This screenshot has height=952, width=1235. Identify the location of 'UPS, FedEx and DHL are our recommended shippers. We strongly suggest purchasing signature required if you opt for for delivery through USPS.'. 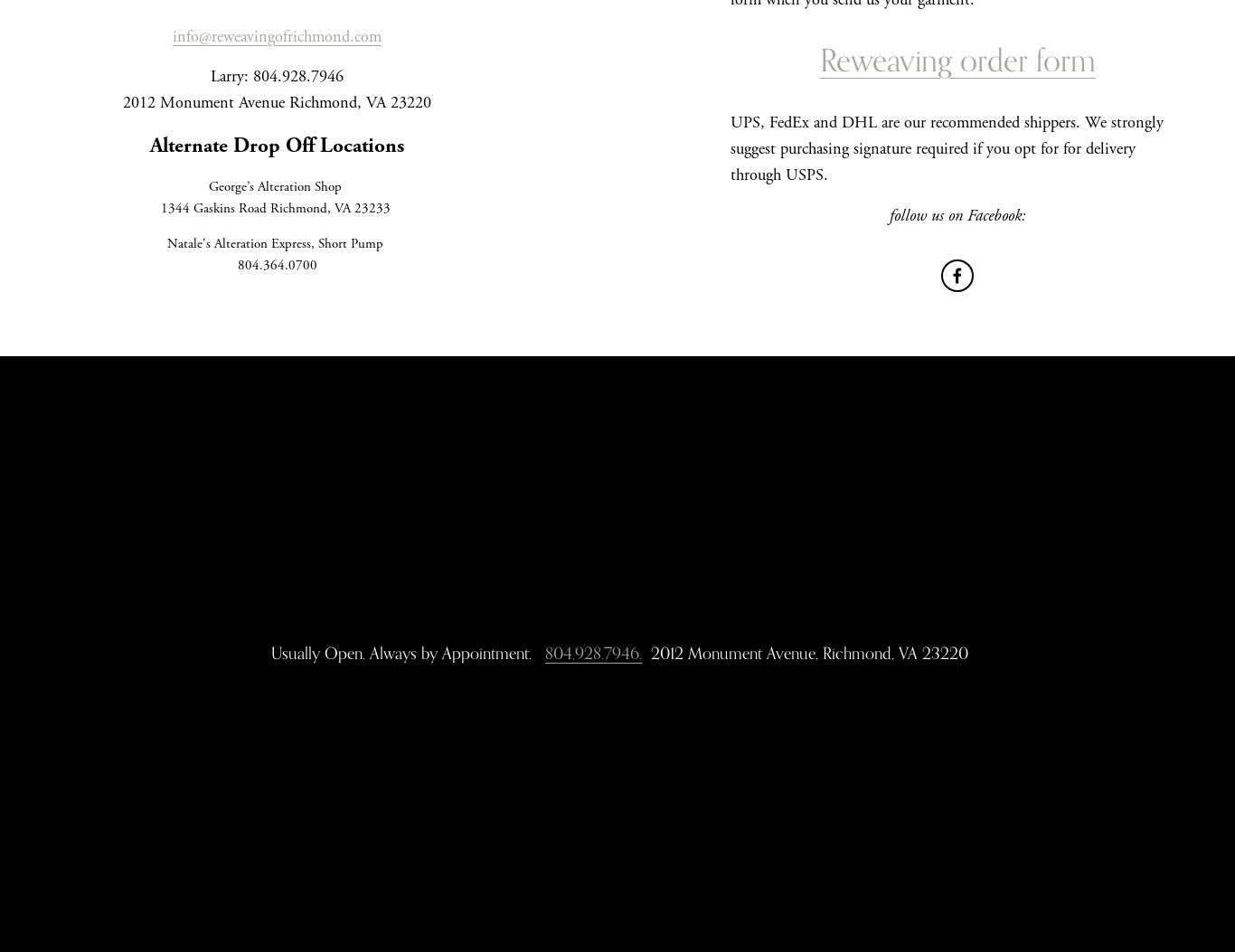
(947, 146).